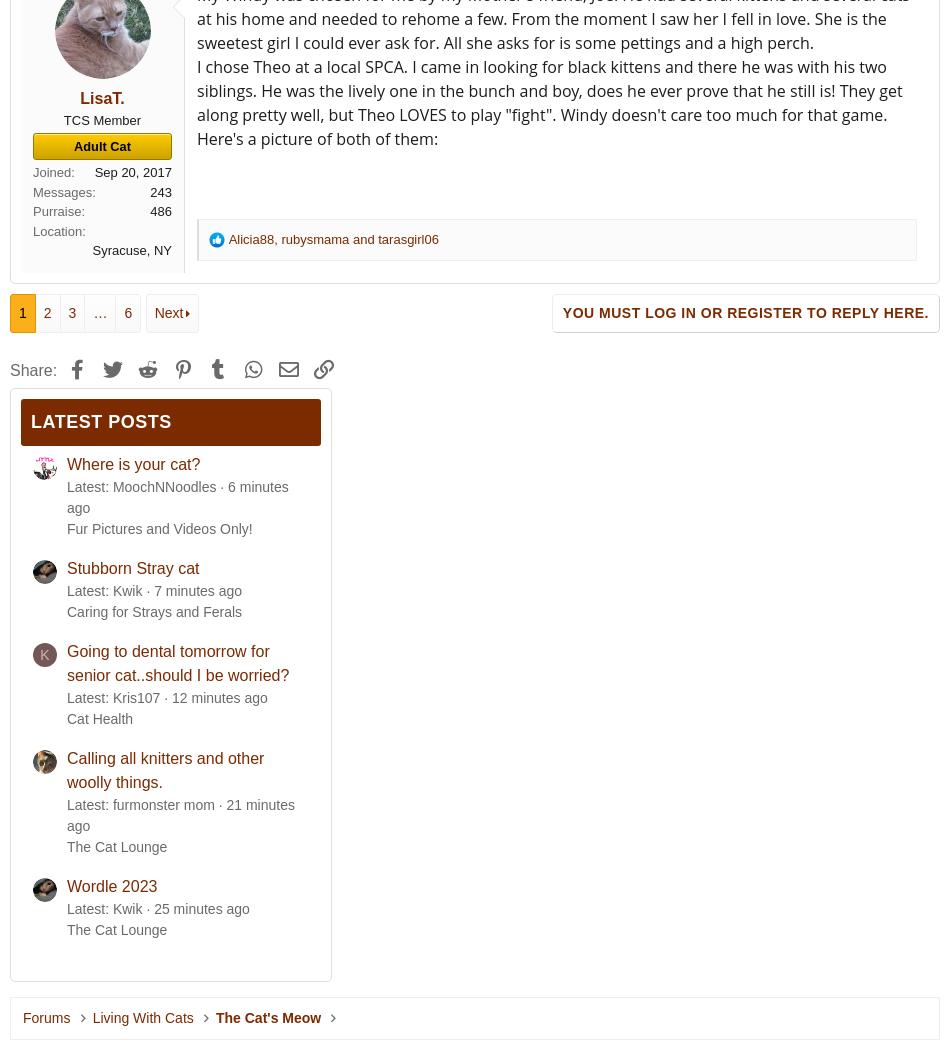 Image resolution: width=950 pixels, height=1047 pixels. I want to click on '13 minutes ago', so click(219, 697).